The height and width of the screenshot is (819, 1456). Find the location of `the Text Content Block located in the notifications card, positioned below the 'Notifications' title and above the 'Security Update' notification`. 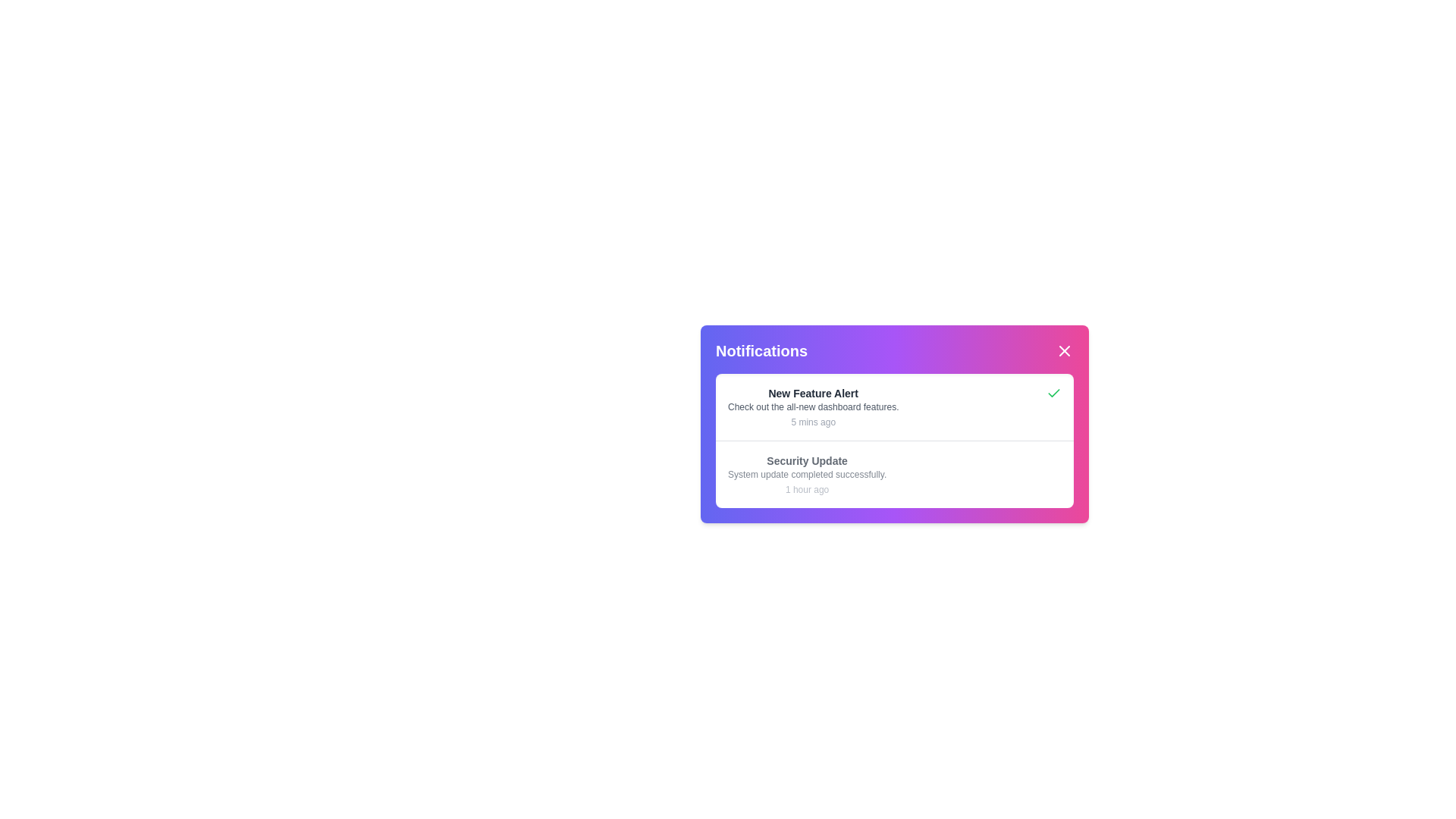

the Text Content Block located in the notifications card, positioned below the 'Notifications' title and above the 'Security Update' notification is located at coordinates (812, 406).